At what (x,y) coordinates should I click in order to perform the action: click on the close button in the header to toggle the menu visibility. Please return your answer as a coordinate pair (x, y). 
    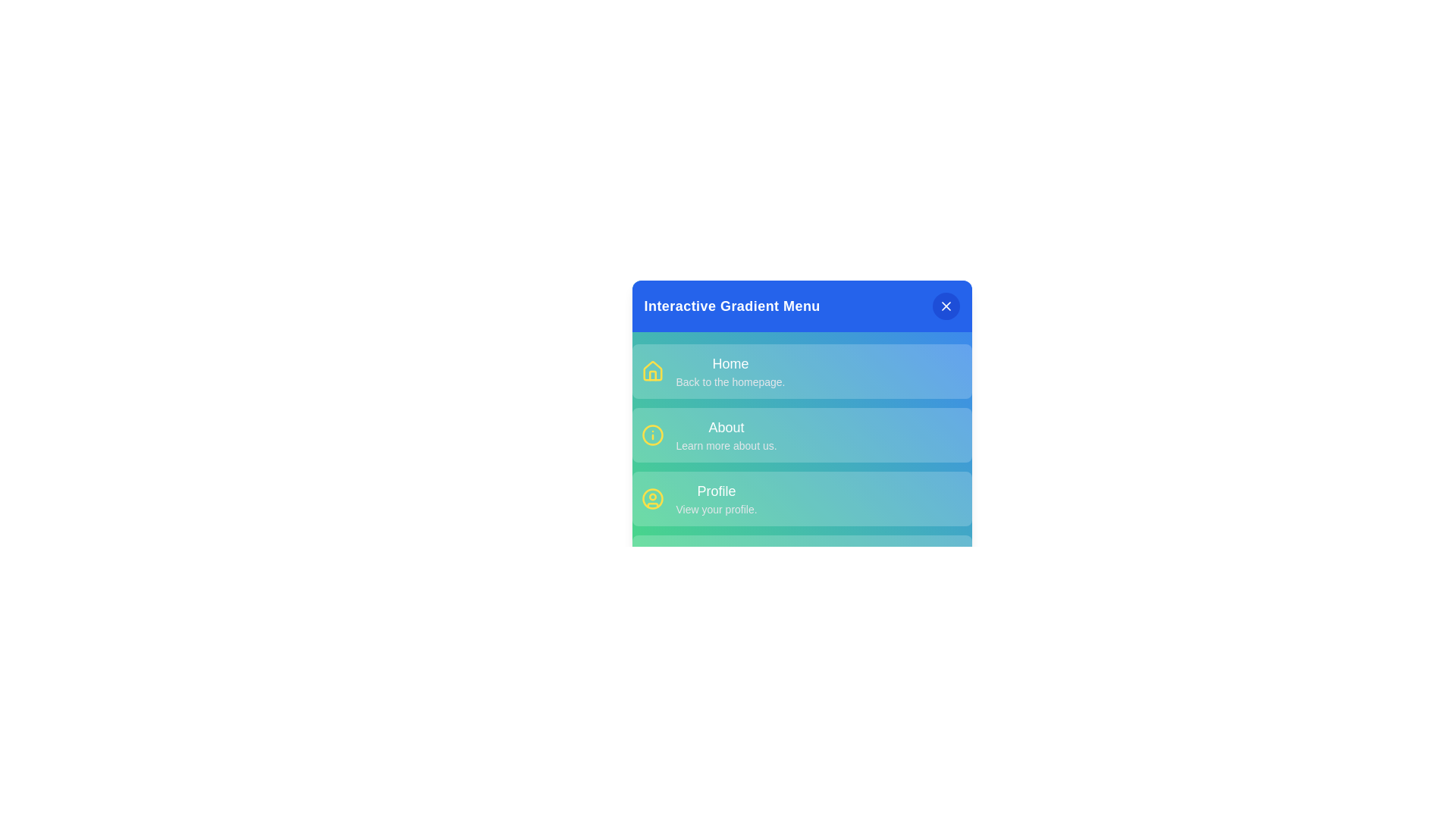
    Looking at the image, I should click on (945, 306).